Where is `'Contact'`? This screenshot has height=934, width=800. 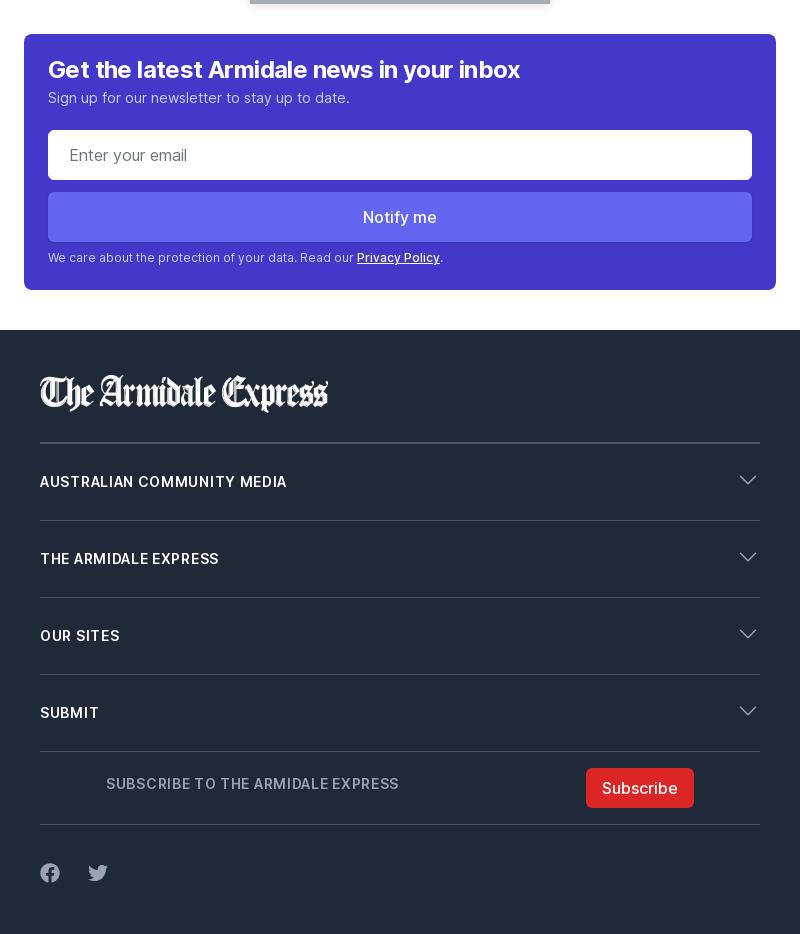 'Contact' is located at coordinates (65, 588).